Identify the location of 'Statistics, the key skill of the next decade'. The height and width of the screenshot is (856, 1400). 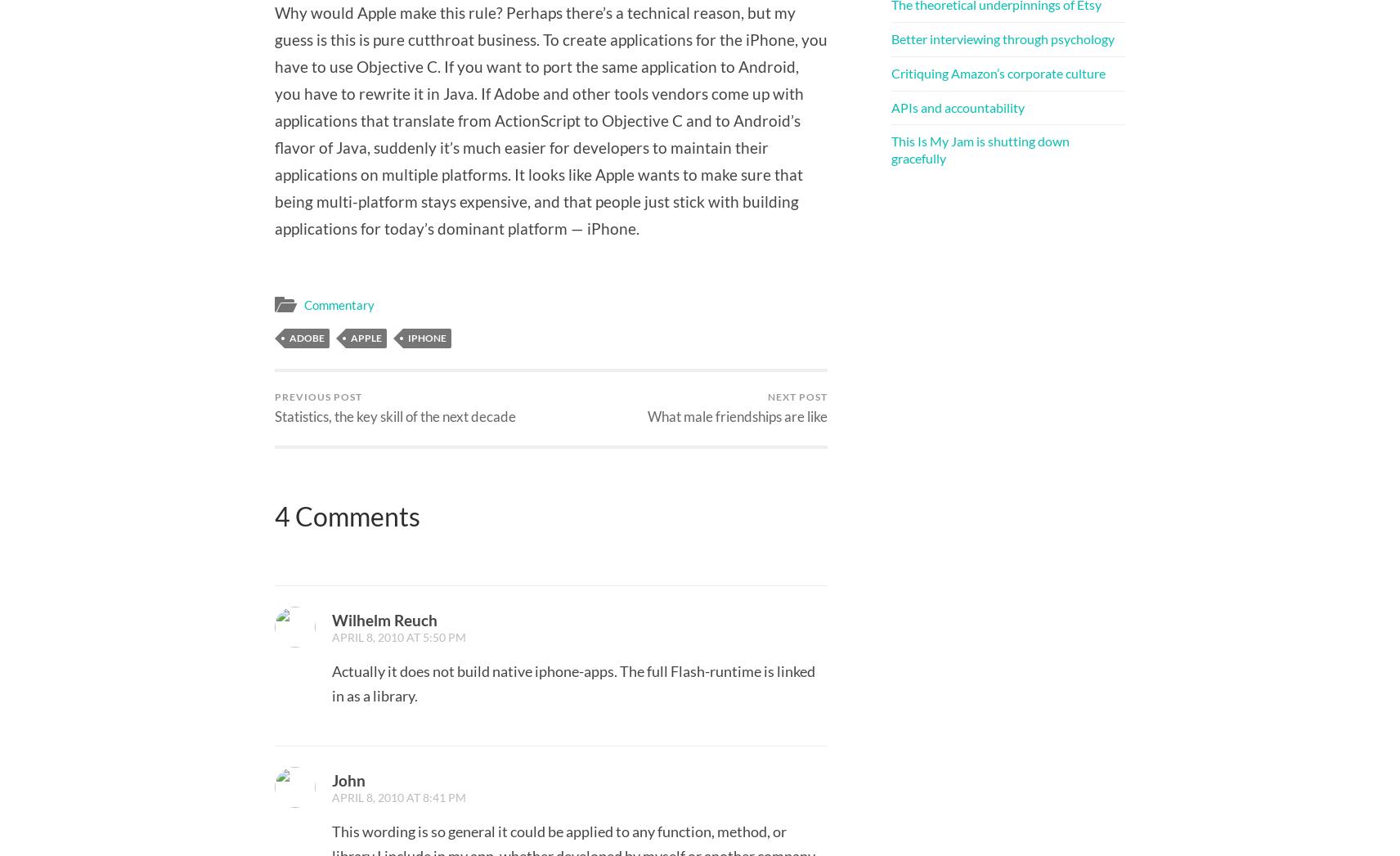
(394, 415).